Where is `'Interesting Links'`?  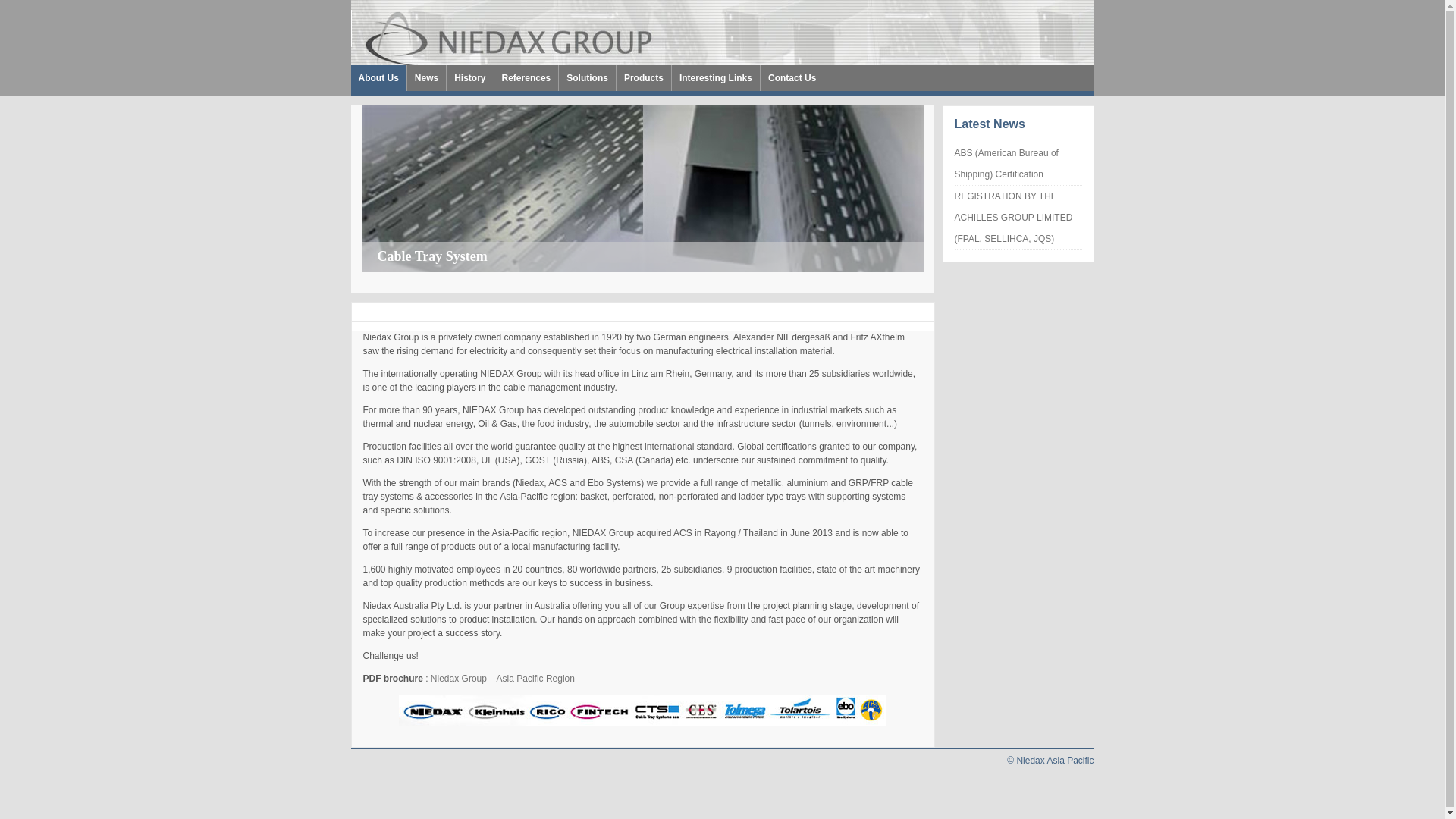
'Interesting Links' is located at coordinates (715, 78).